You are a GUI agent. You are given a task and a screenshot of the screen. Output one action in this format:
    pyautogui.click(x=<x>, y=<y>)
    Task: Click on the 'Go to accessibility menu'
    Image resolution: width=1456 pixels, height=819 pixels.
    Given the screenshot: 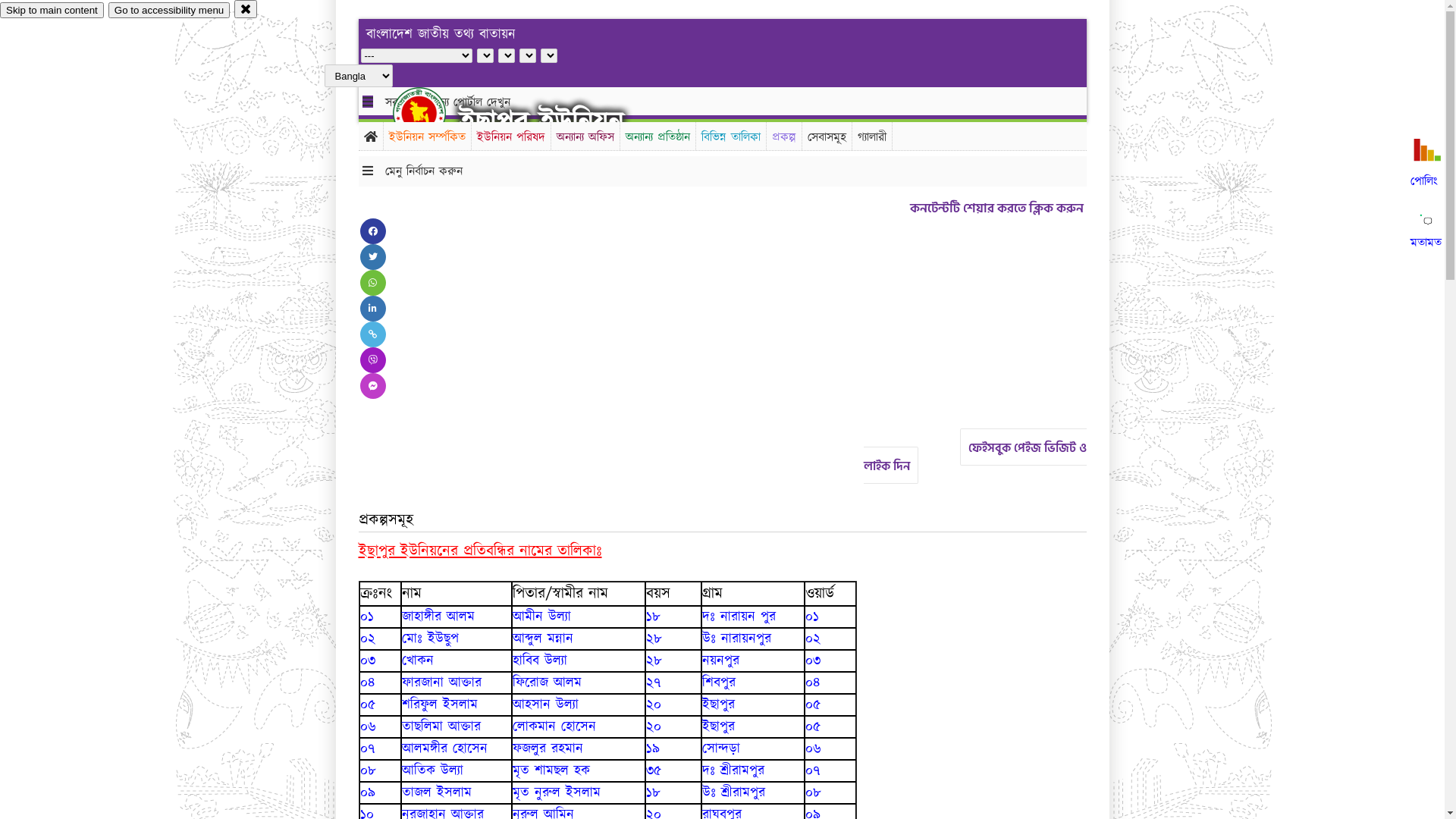 What is the action you would take?
    pyautogui.click(x=108, y=10)
    